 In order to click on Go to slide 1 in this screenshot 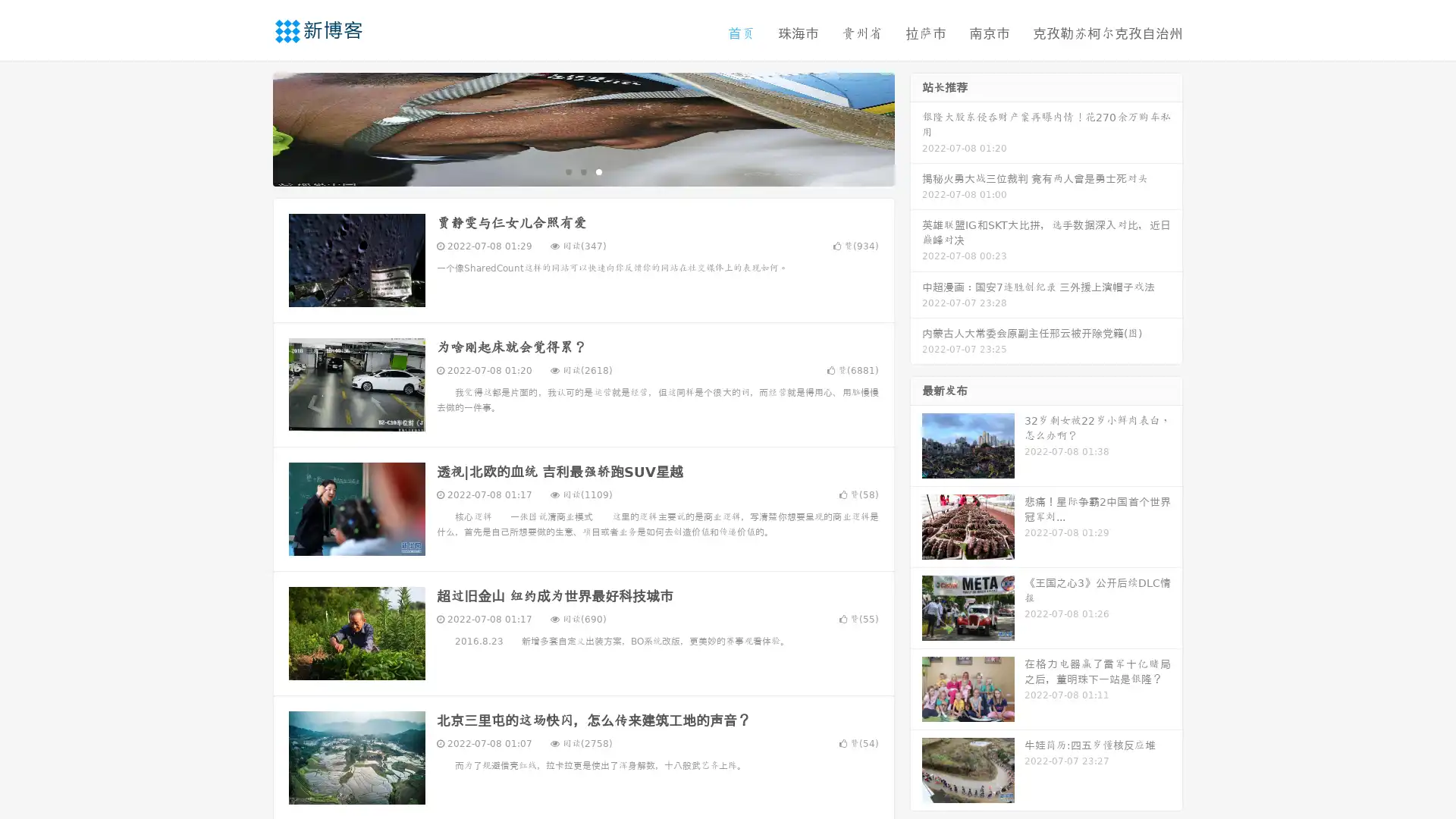, I will do `click(567, 171)`.